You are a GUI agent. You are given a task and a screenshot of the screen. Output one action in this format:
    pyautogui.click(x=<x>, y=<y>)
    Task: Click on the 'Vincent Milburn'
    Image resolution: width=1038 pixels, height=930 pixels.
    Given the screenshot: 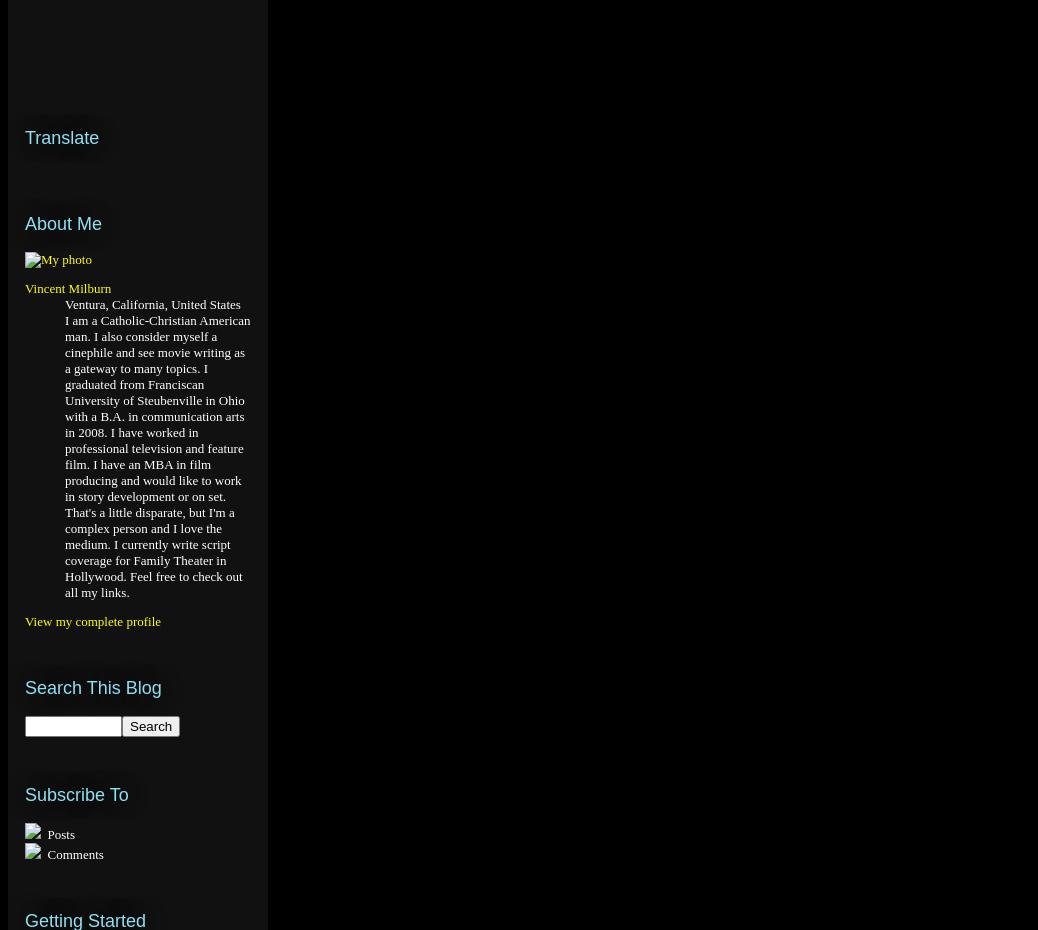 What is the action you would take?
    pyautogui.click(x=66, y=288)
    